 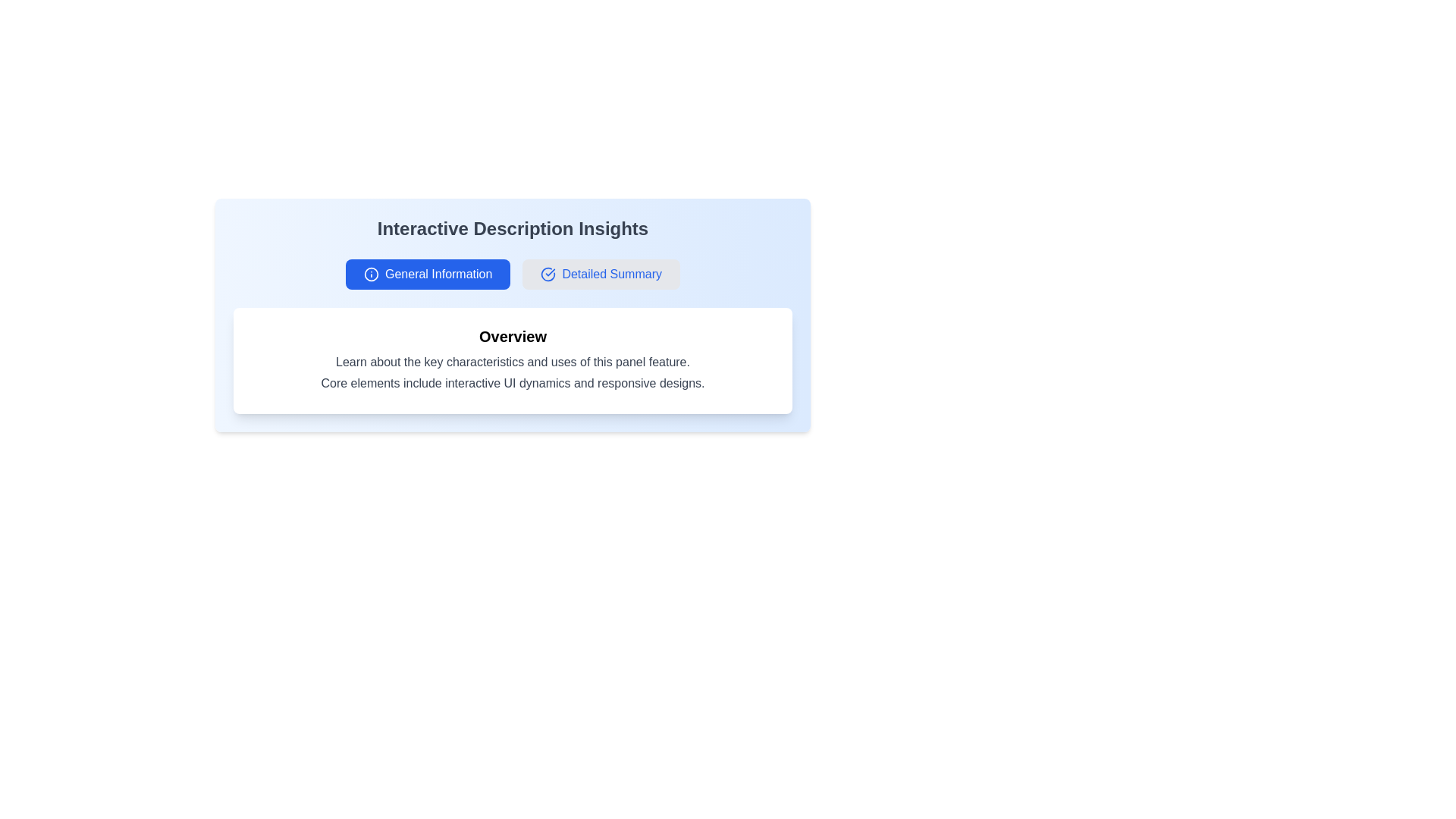 I want to click on the Informational panel located below the 'Interactive Description Insights' title and between the 'General Information' and 'Detailed Summary' buttons, so click(x=513, y=360).